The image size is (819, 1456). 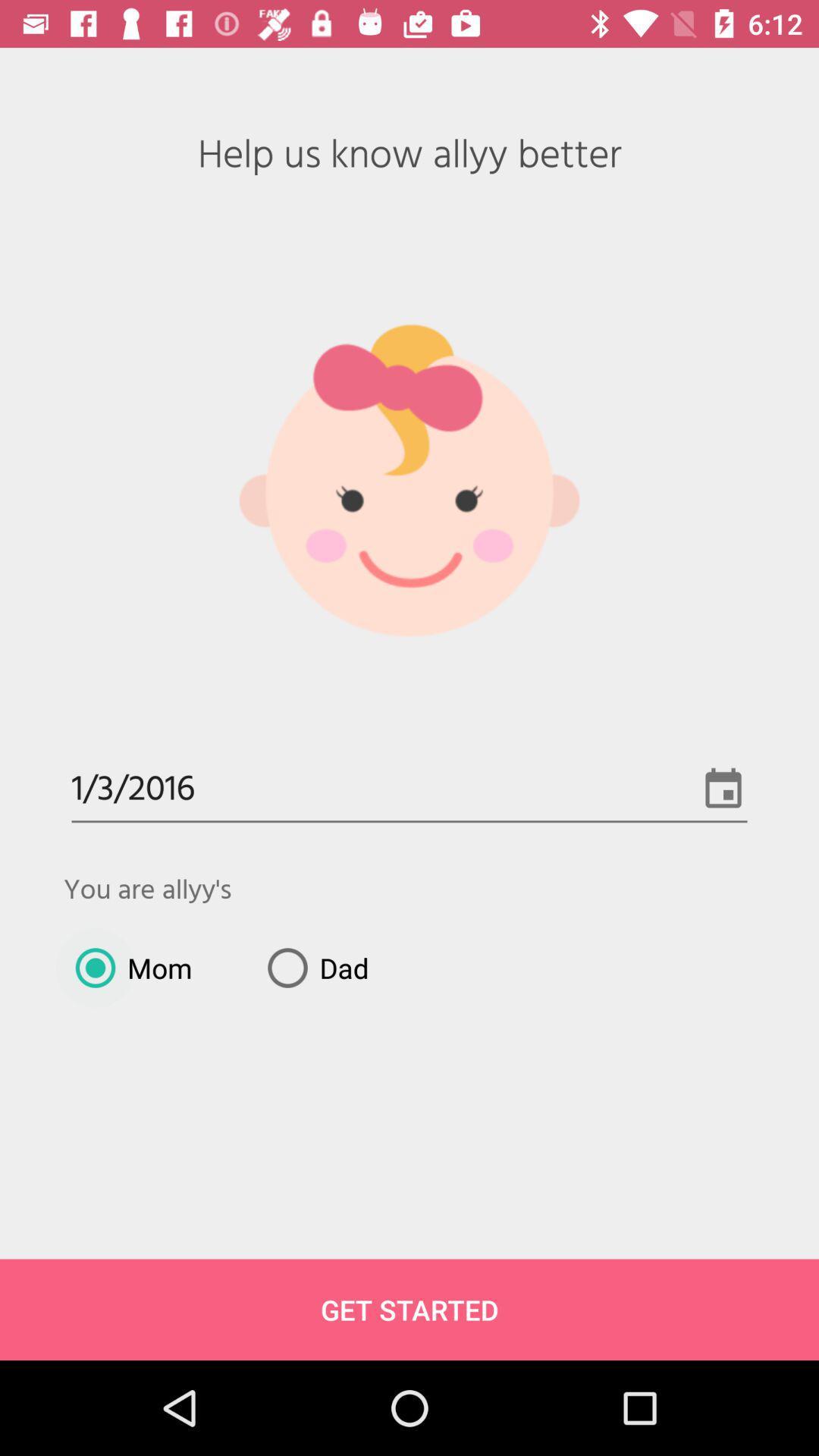 I want to click on mom item, so click(x=127, y=967).